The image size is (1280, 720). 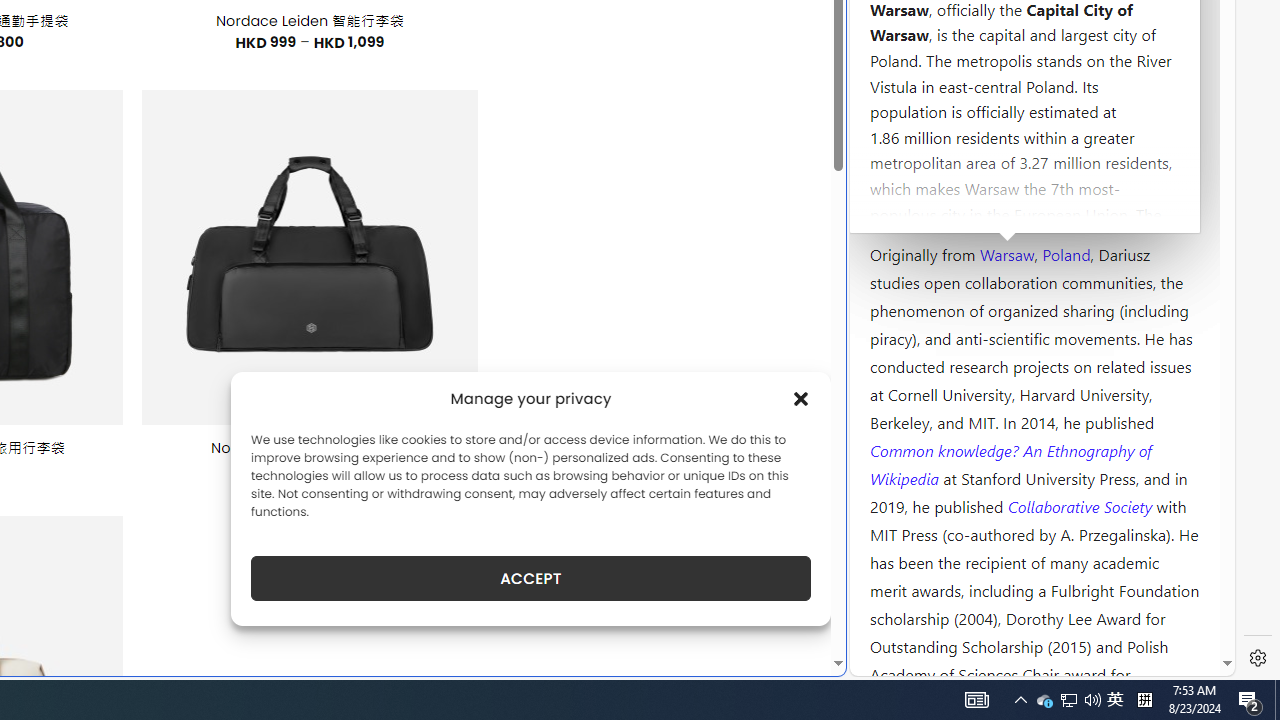 I want to click on 'Kozminski University', so click(x=1034, y=135).